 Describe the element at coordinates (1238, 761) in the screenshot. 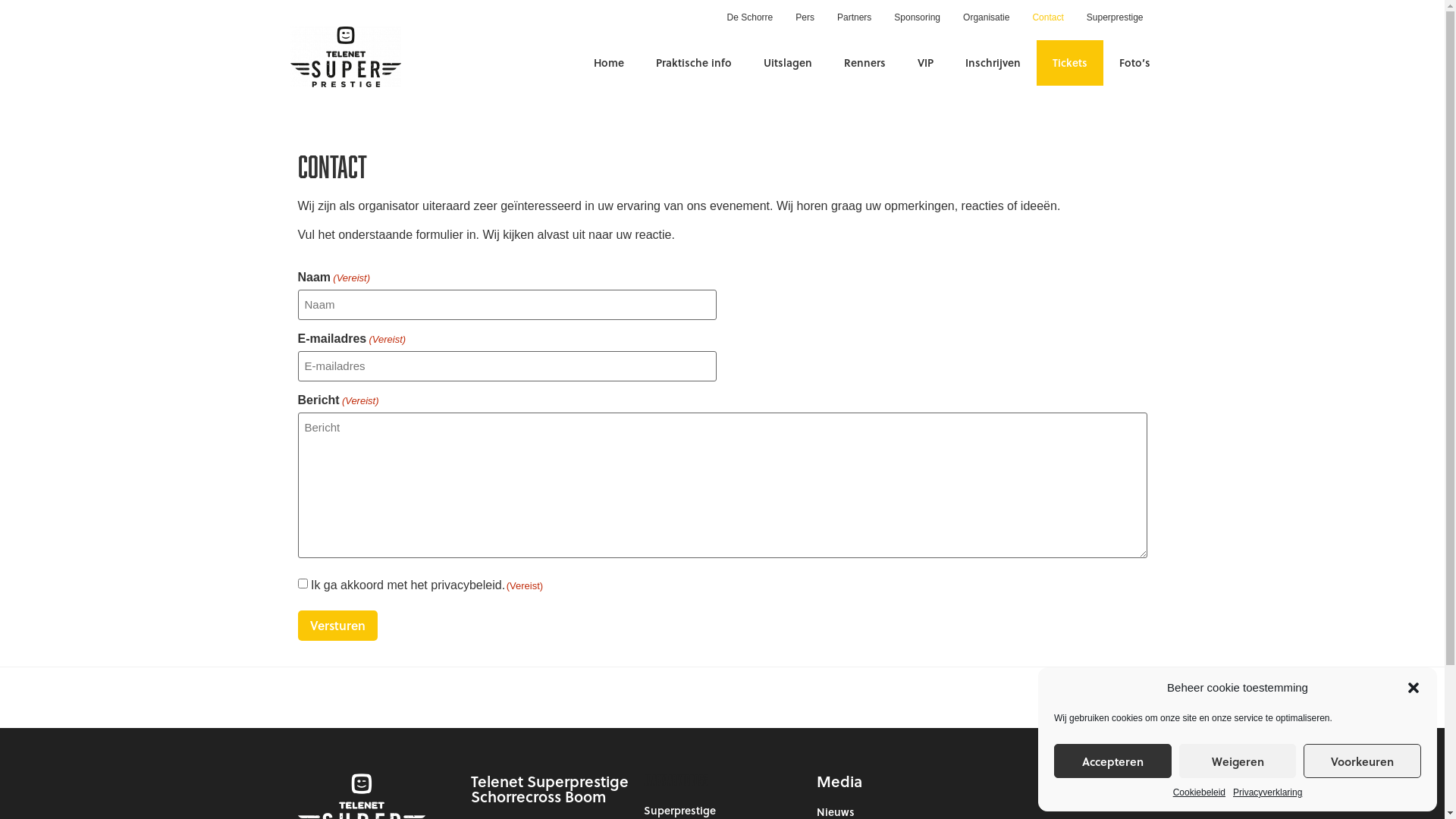

I see `'Weigeren'` at that location.